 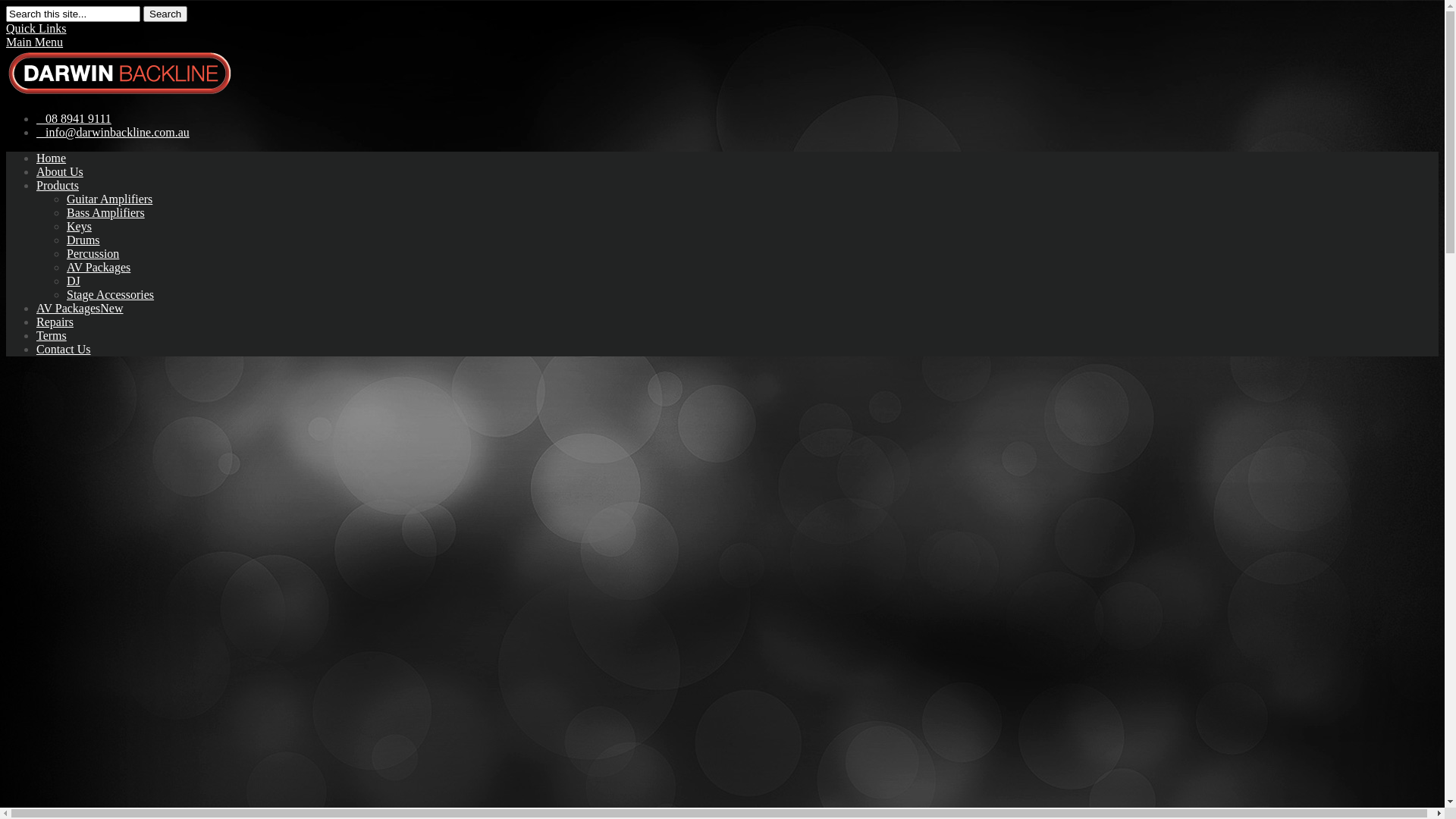 What do you see at coordinates (34, 41) in the screenshot?
I see `'Main Menu'` at bounding box center [34, 41].